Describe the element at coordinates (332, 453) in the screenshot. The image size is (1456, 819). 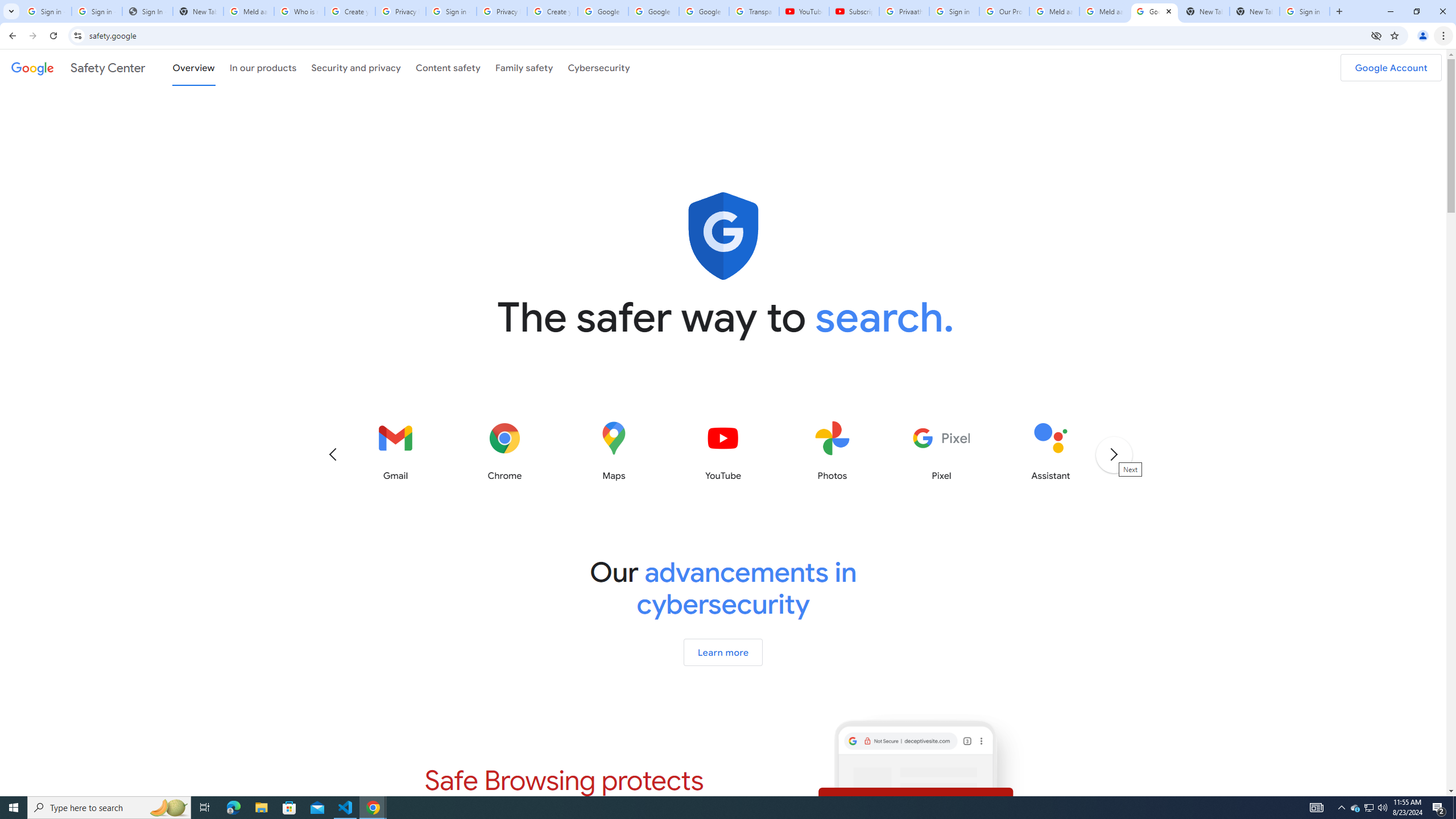
I see `'Previous'` at that location.